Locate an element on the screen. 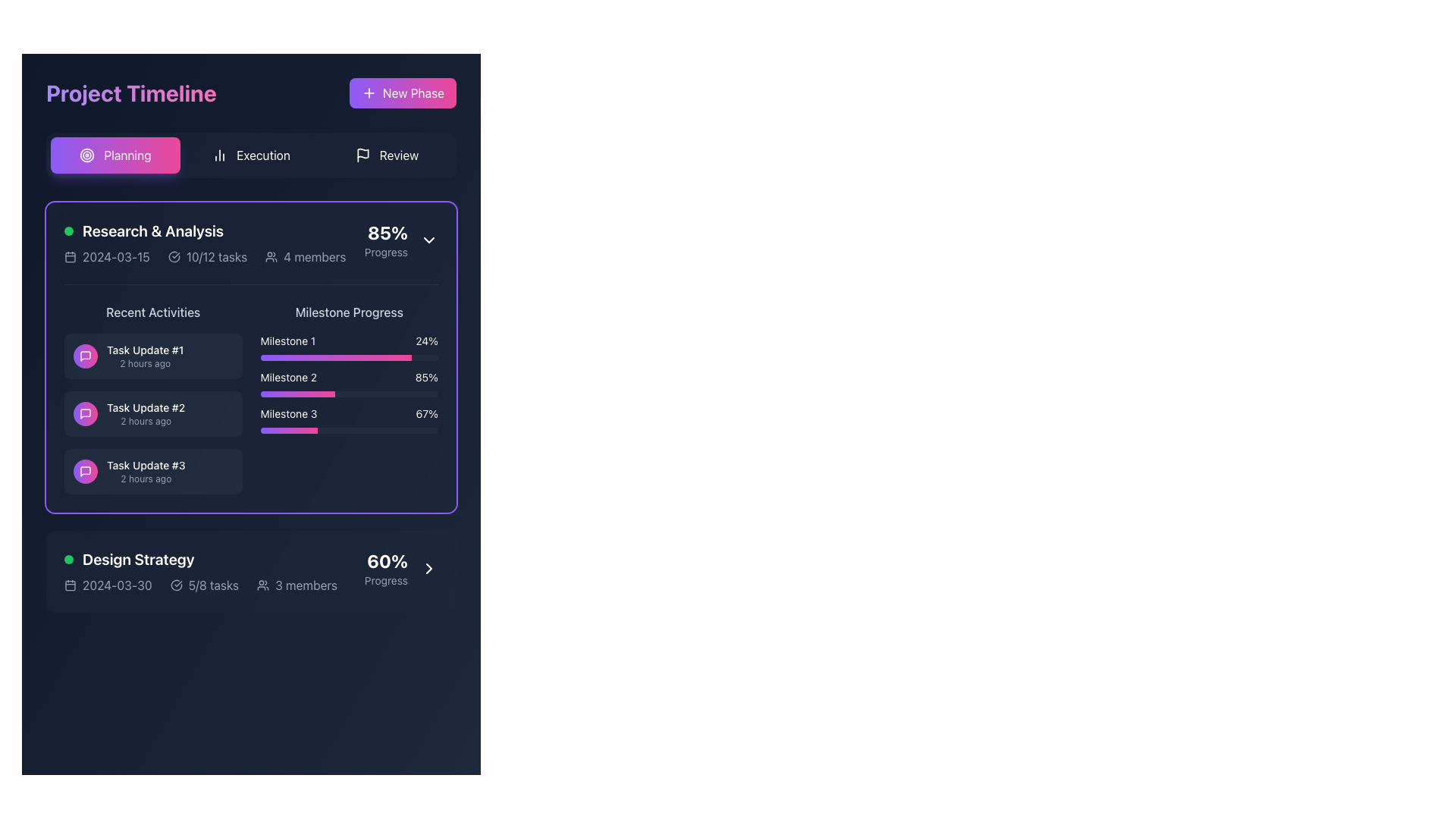  the 'Milestone 1' text label, which is displayed in white against a dark background, located in the right column of the 'Milestone Progress' section within the 'Research & Analysis' box is located at coordinates (287, 341).